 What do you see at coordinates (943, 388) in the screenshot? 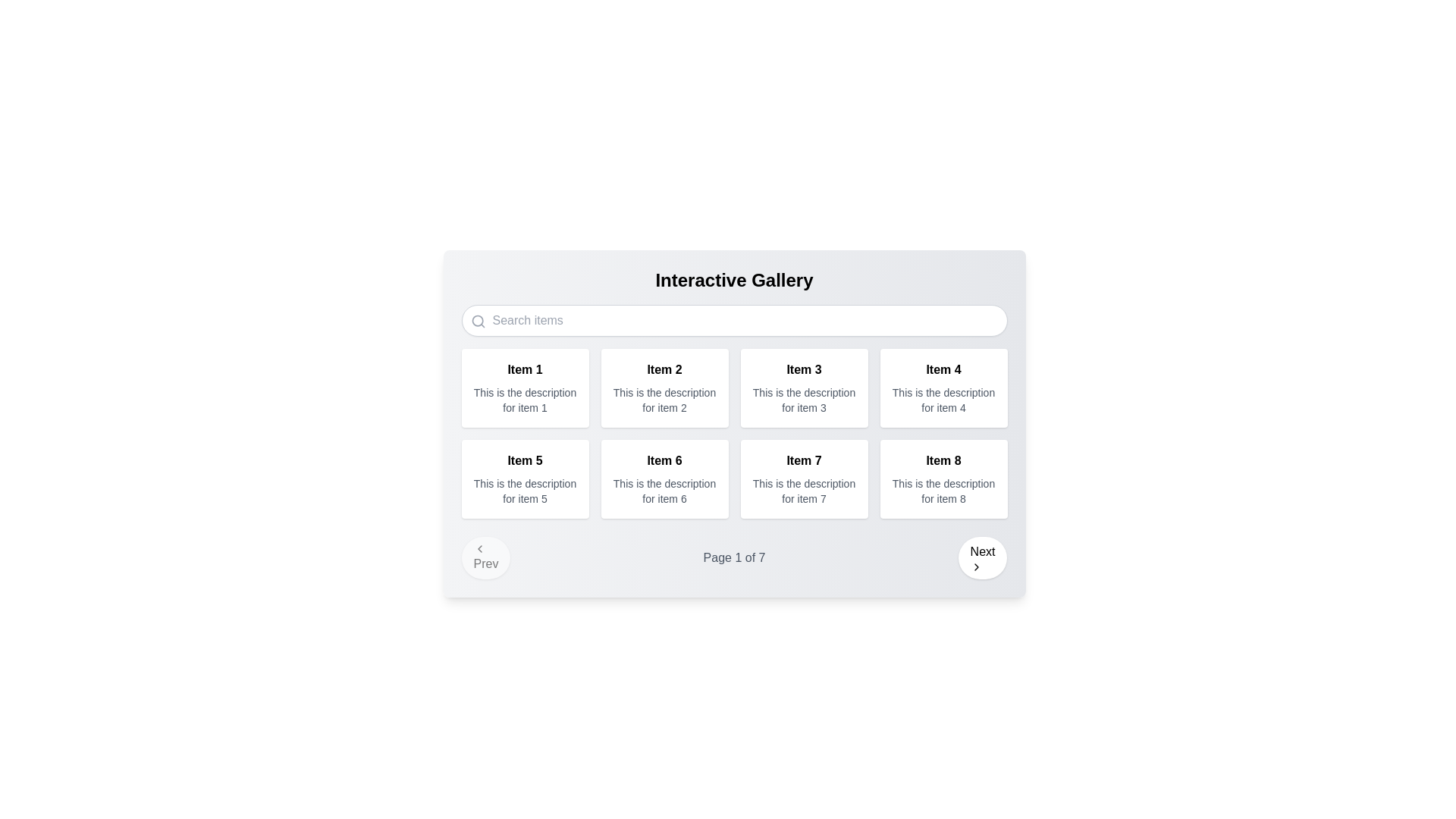
I see `the informational card titled 'Item 4', which has a white background and rounded corners, located in the rightmost column of the first row of a grid layout` at bounding box center [943, 388].